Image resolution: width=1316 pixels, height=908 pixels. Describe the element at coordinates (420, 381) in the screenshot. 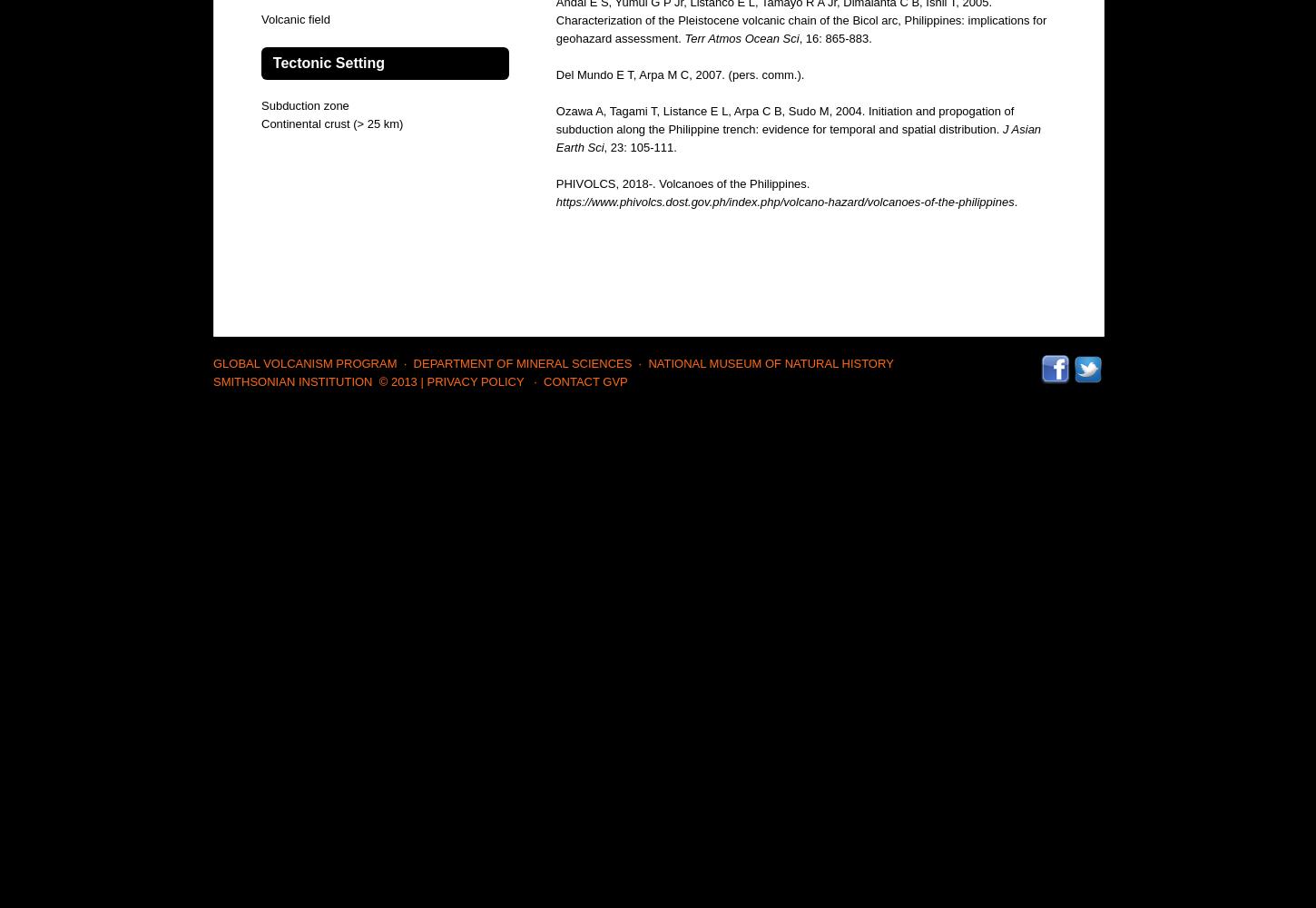

I see `'|'` at that location.